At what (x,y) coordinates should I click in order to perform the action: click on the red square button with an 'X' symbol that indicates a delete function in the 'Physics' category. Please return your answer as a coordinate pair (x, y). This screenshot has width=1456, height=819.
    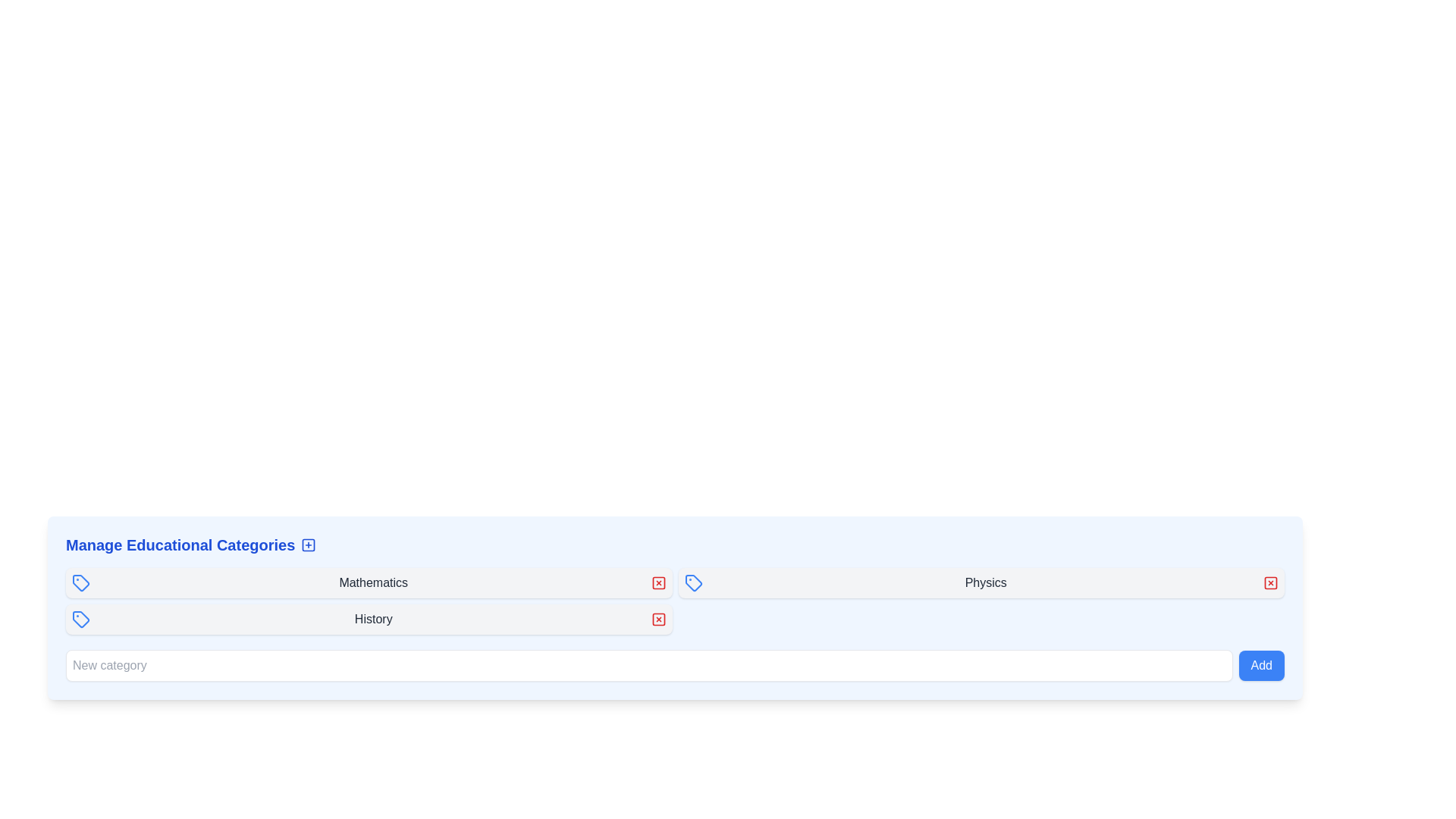
    Looking at the image, I should click on (1270, 582).